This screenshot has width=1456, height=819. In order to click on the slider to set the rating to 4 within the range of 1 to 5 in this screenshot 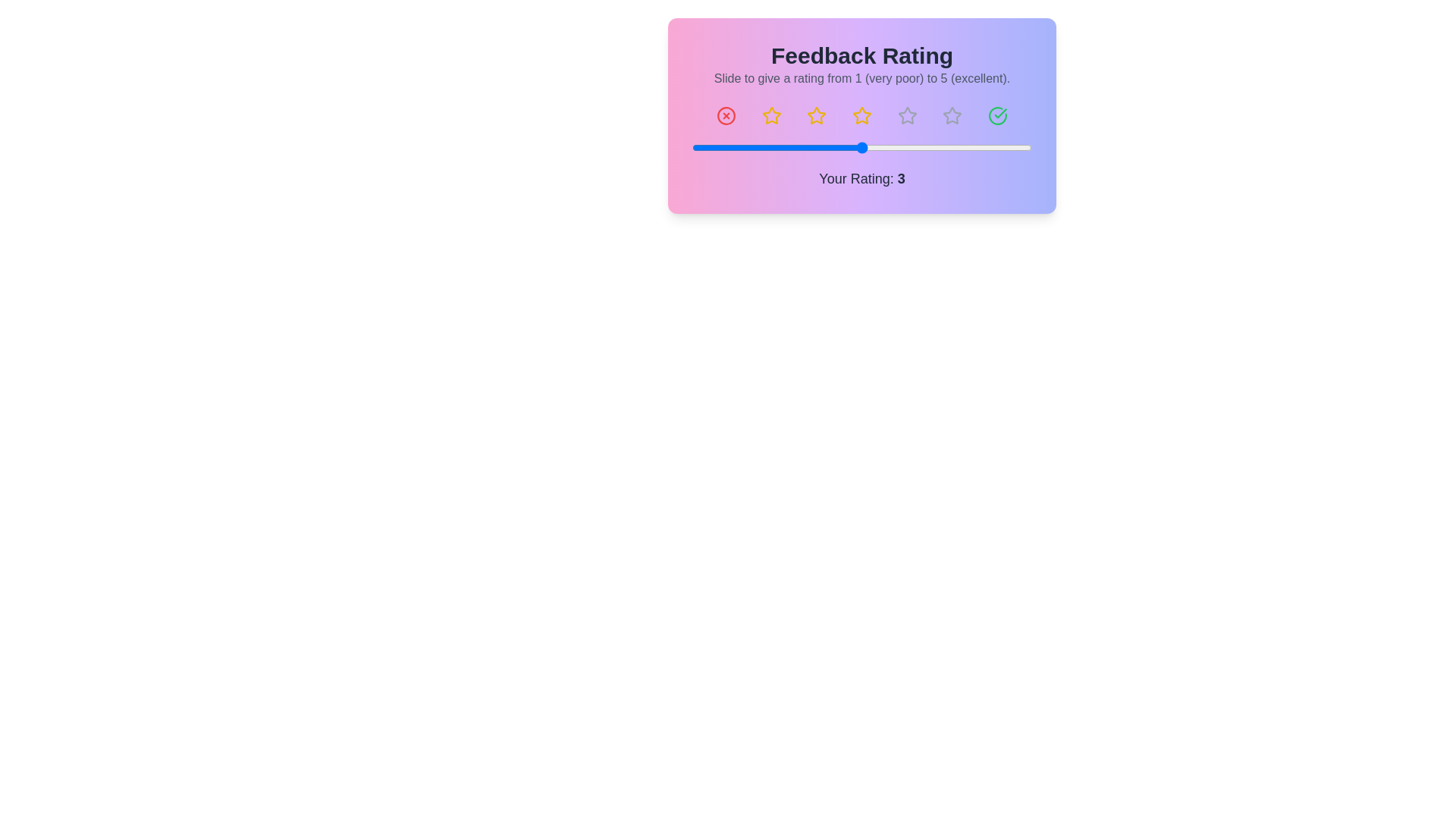, I will do `click(946, 148)`.